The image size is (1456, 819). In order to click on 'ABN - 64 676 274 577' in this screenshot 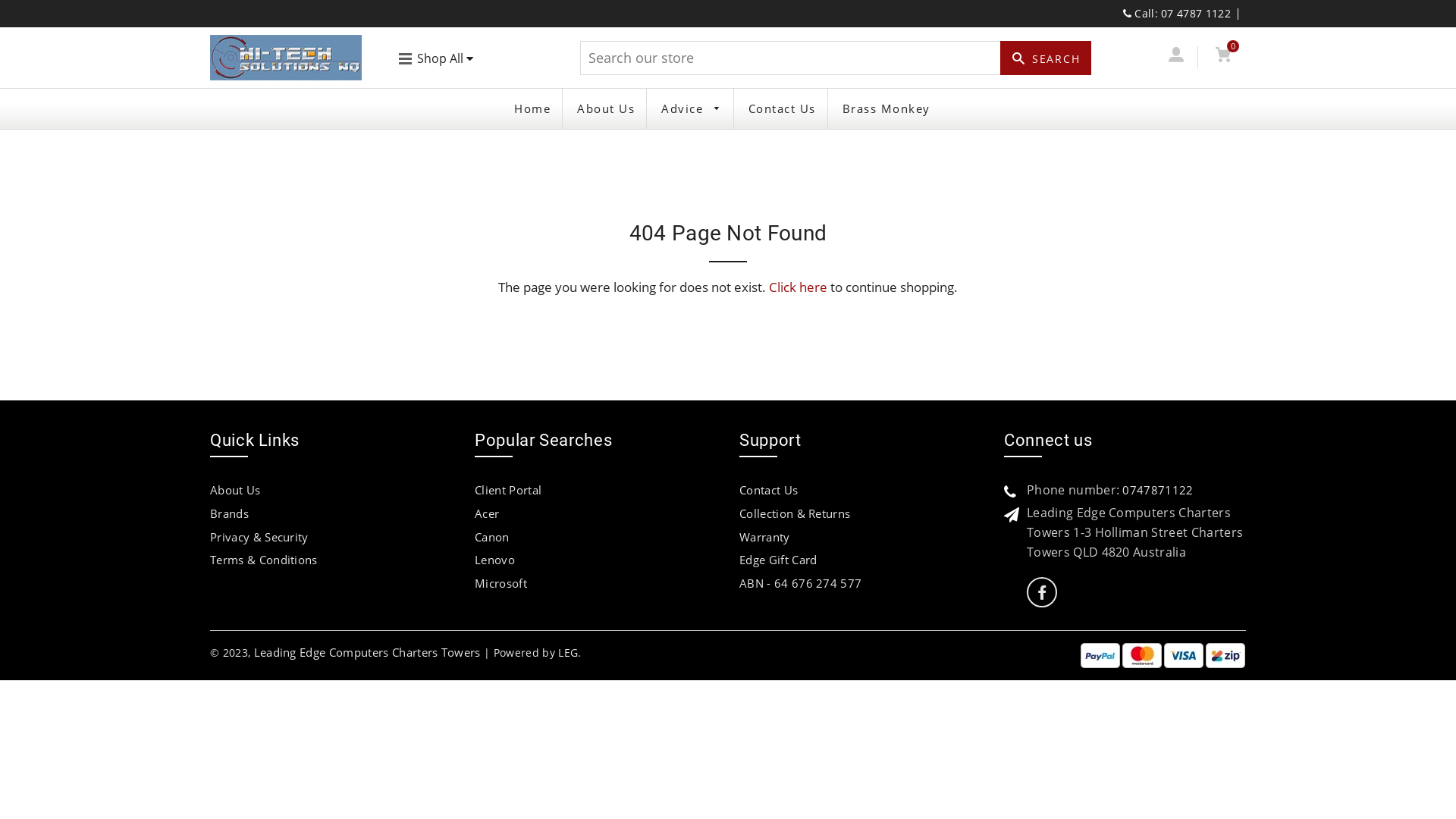, I will do `click(799, 582)`.